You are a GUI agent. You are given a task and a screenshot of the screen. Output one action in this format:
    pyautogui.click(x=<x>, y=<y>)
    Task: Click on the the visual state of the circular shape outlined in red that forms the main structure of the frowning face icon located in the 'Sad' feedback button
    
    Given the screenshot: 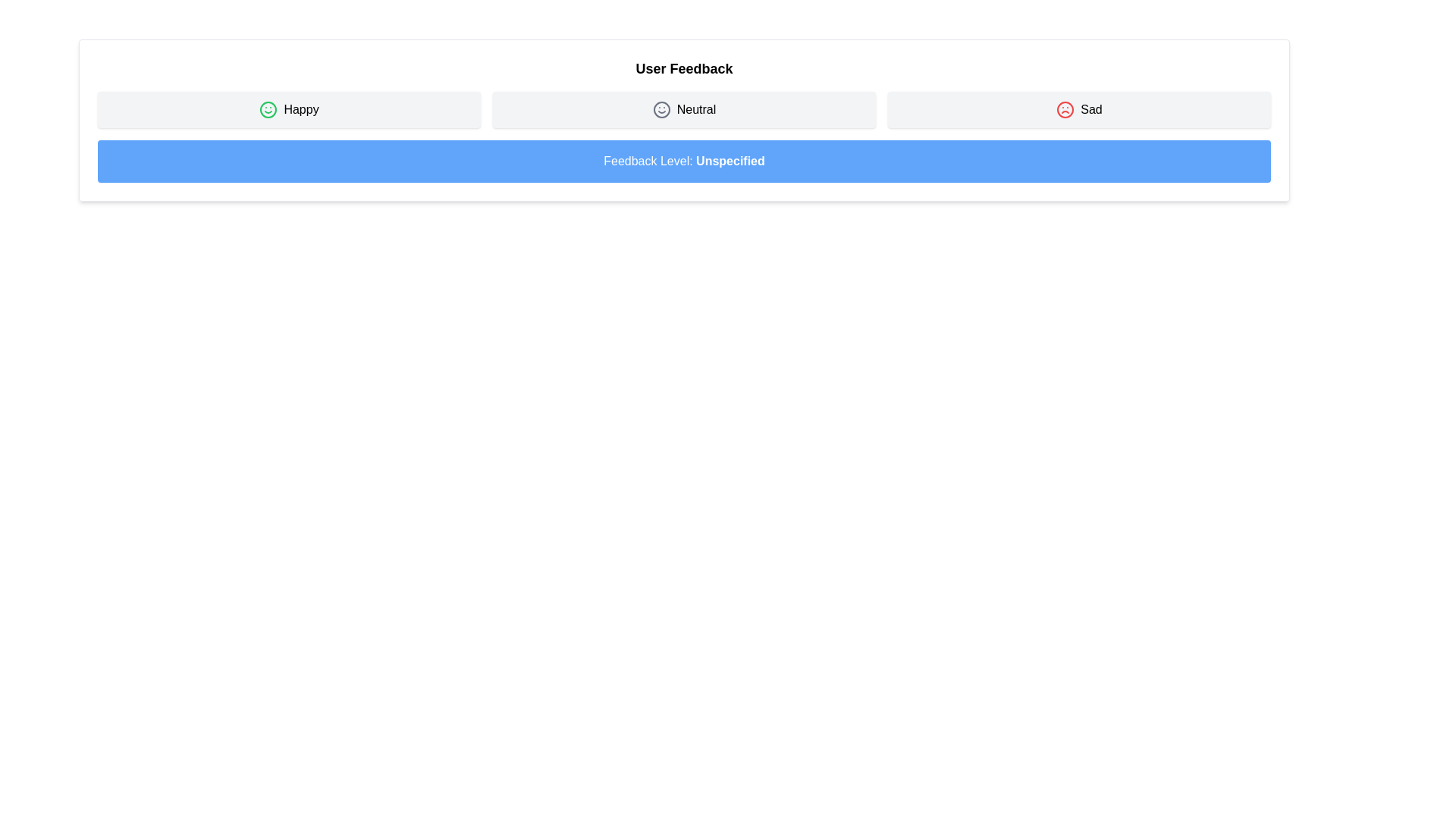 What is the action you would take?
    pyautogui.click(x=1065, y=109)
    